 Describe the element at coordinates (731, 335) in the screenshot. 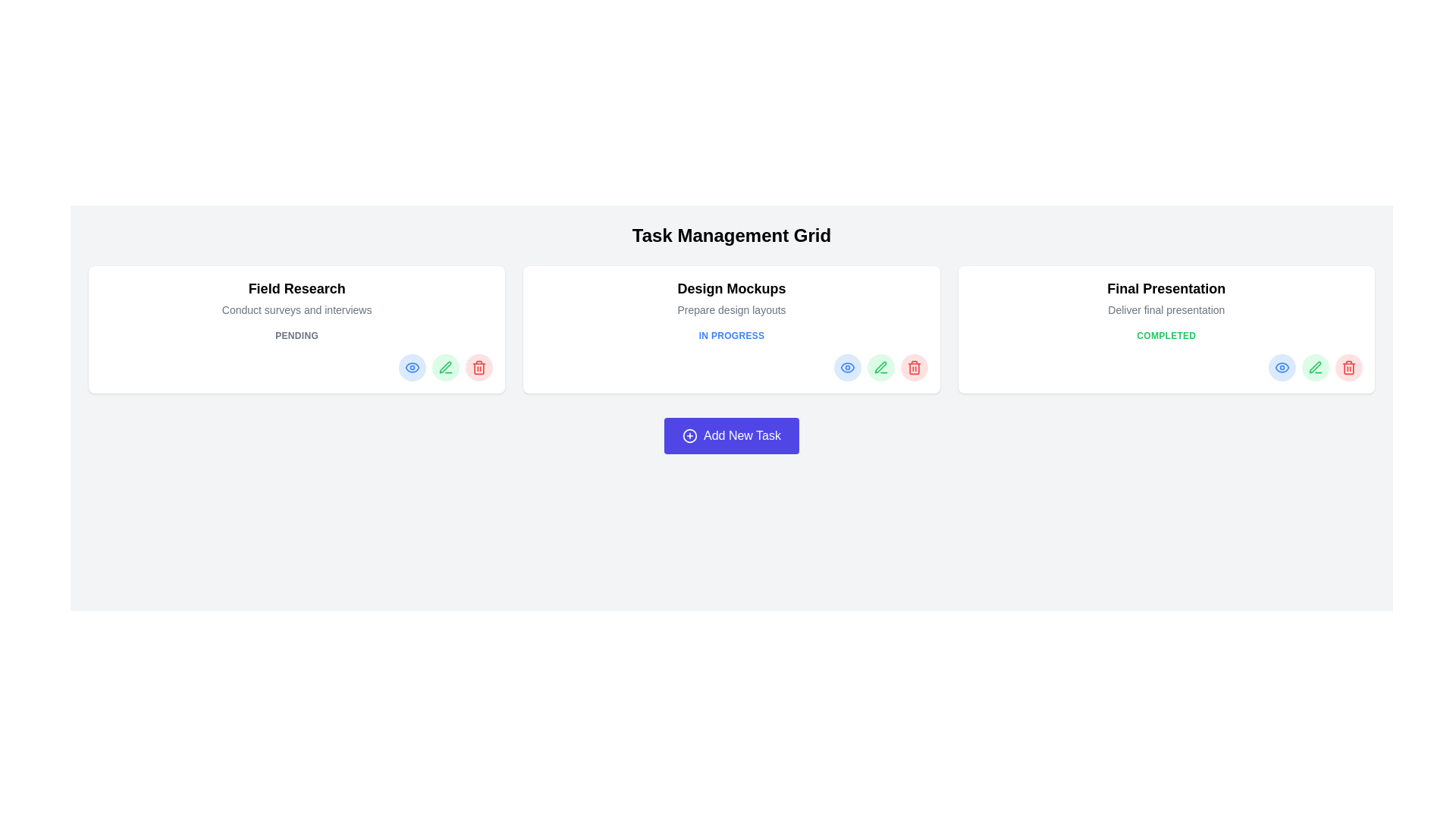

I see `the status label indicating that the task 'Design Mockups' is currently in progress, which is located within the second task card, centered horizontally below 'Prepare design layouts'` at that location.